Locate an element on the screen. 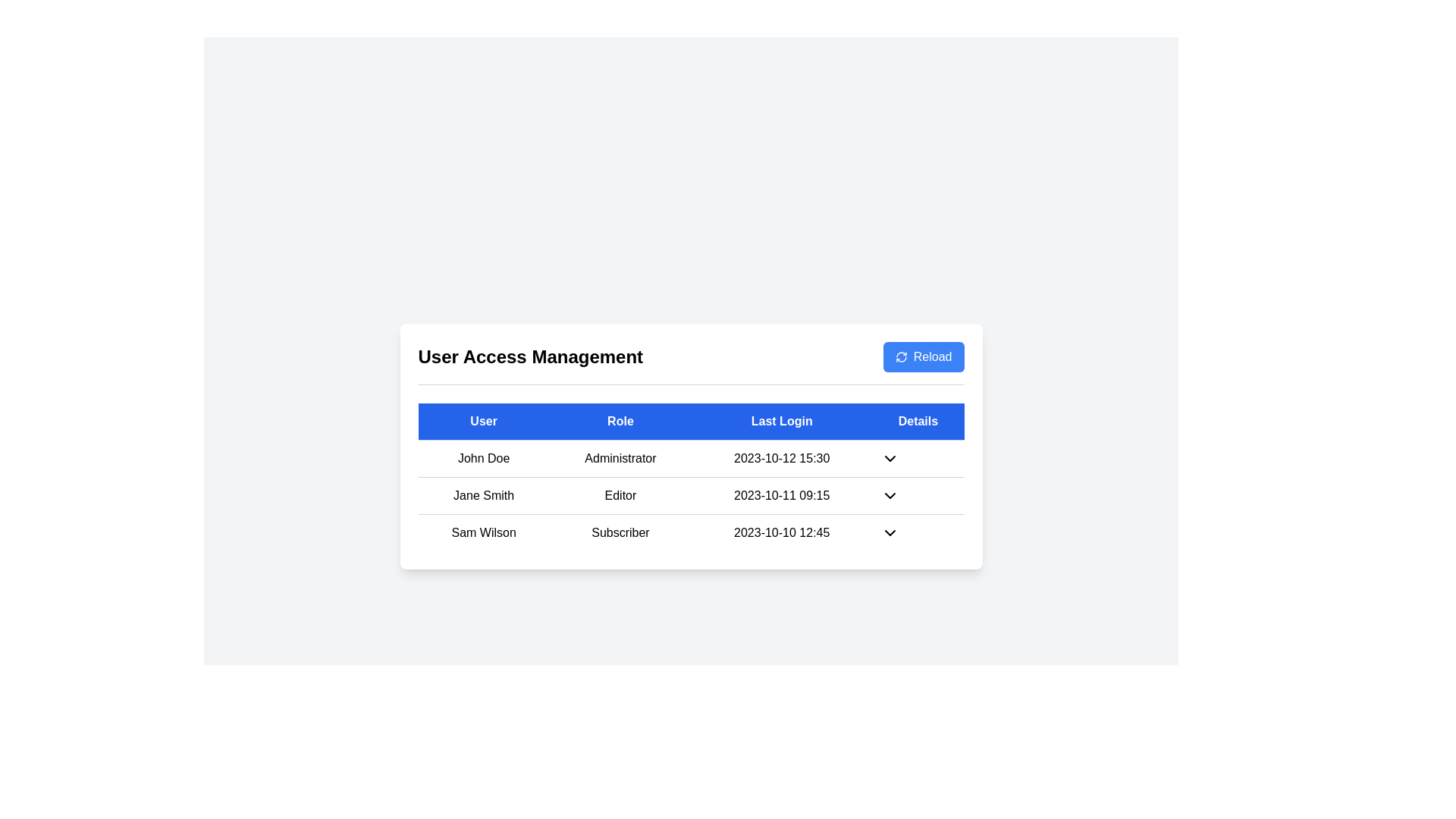 The image size is (1456, 819). the circular arrows icon indicating a reload action, which has a blue background and white outline, located on the left side of the 'Reload' button is located at coordinates (901, 356).